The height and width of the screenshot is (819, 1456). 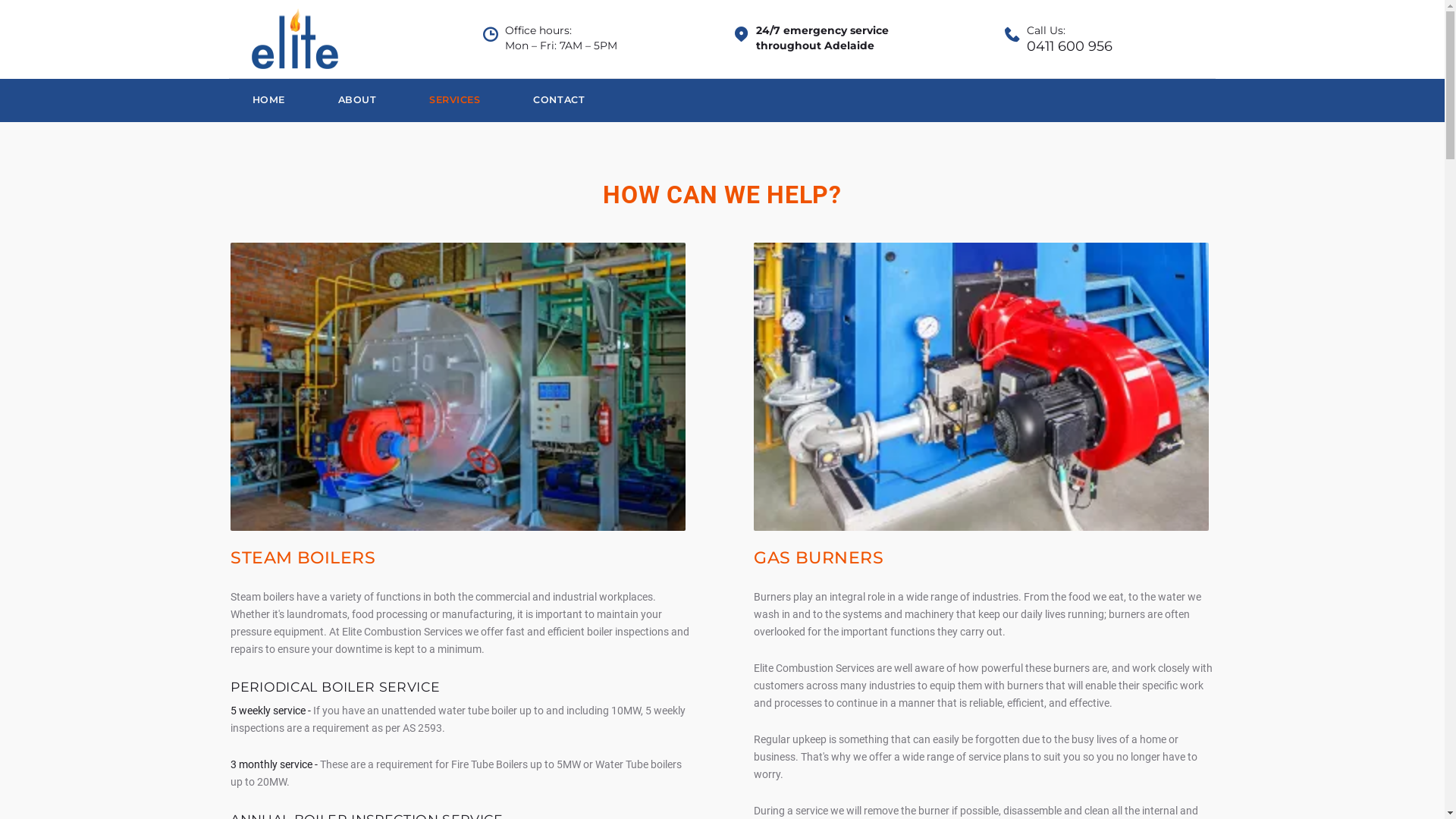 I want to click on 'CONTACT', so click(x=562, y=100).